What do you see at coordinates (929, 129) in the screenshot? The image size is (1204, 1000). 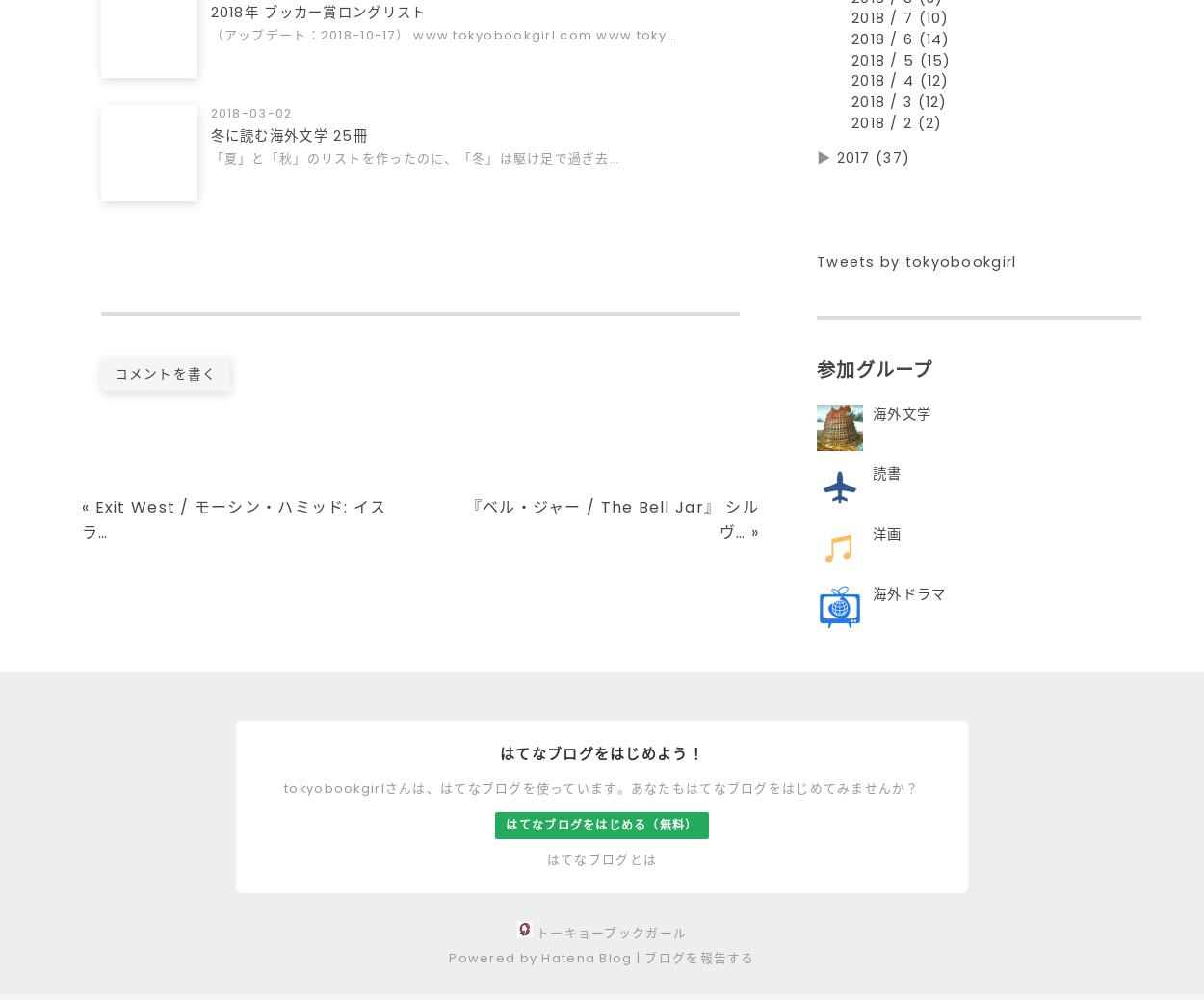 I see `'(2)'` at bounding box center [929, 129].